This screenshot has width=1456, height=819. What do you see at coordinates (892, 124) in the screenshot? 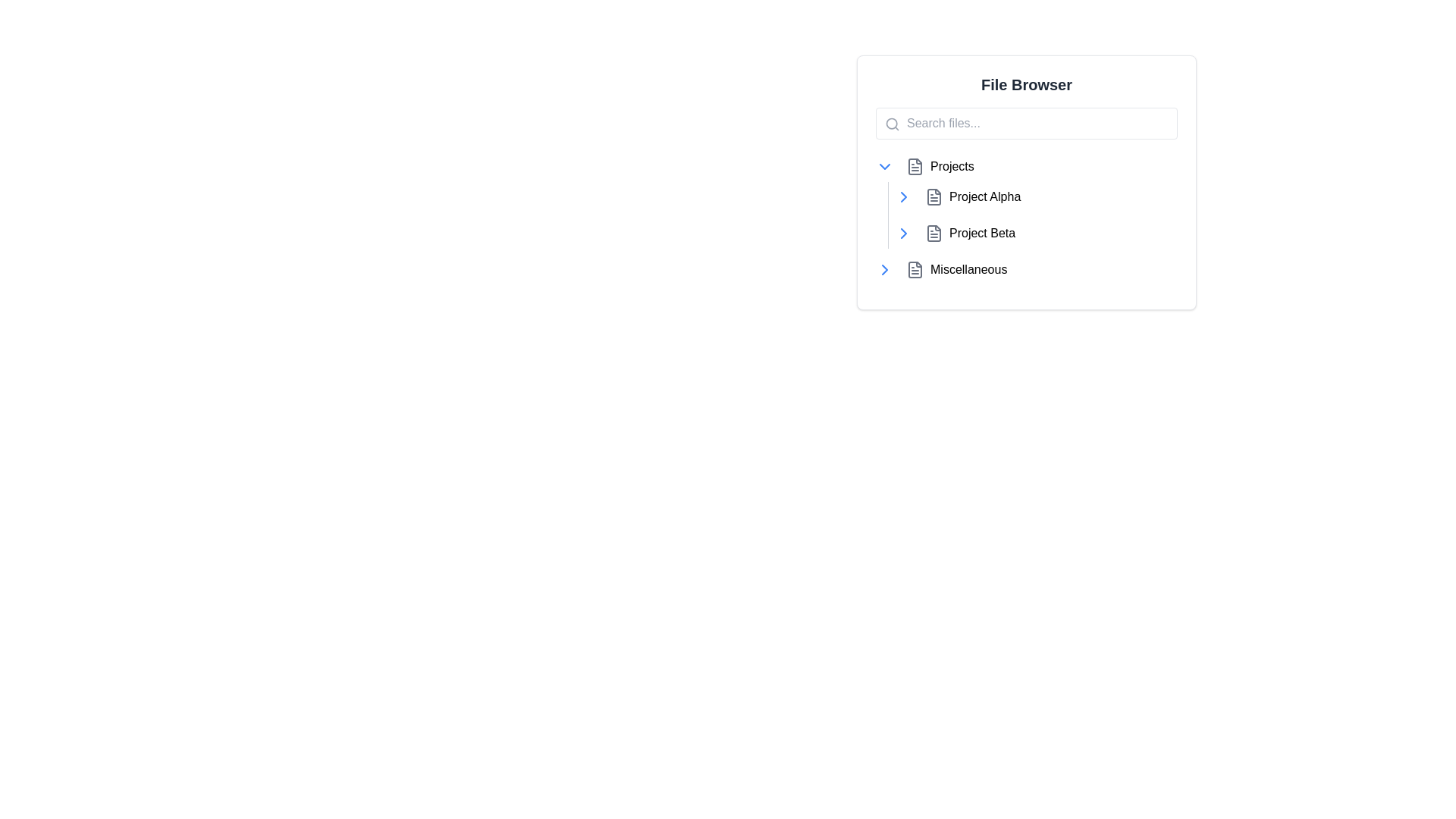
I see `the search icon located in the top-left region of the search bar input field, positioned left-aligned near the placeholder text 'Search files...'` at bounding box center [892, 124].